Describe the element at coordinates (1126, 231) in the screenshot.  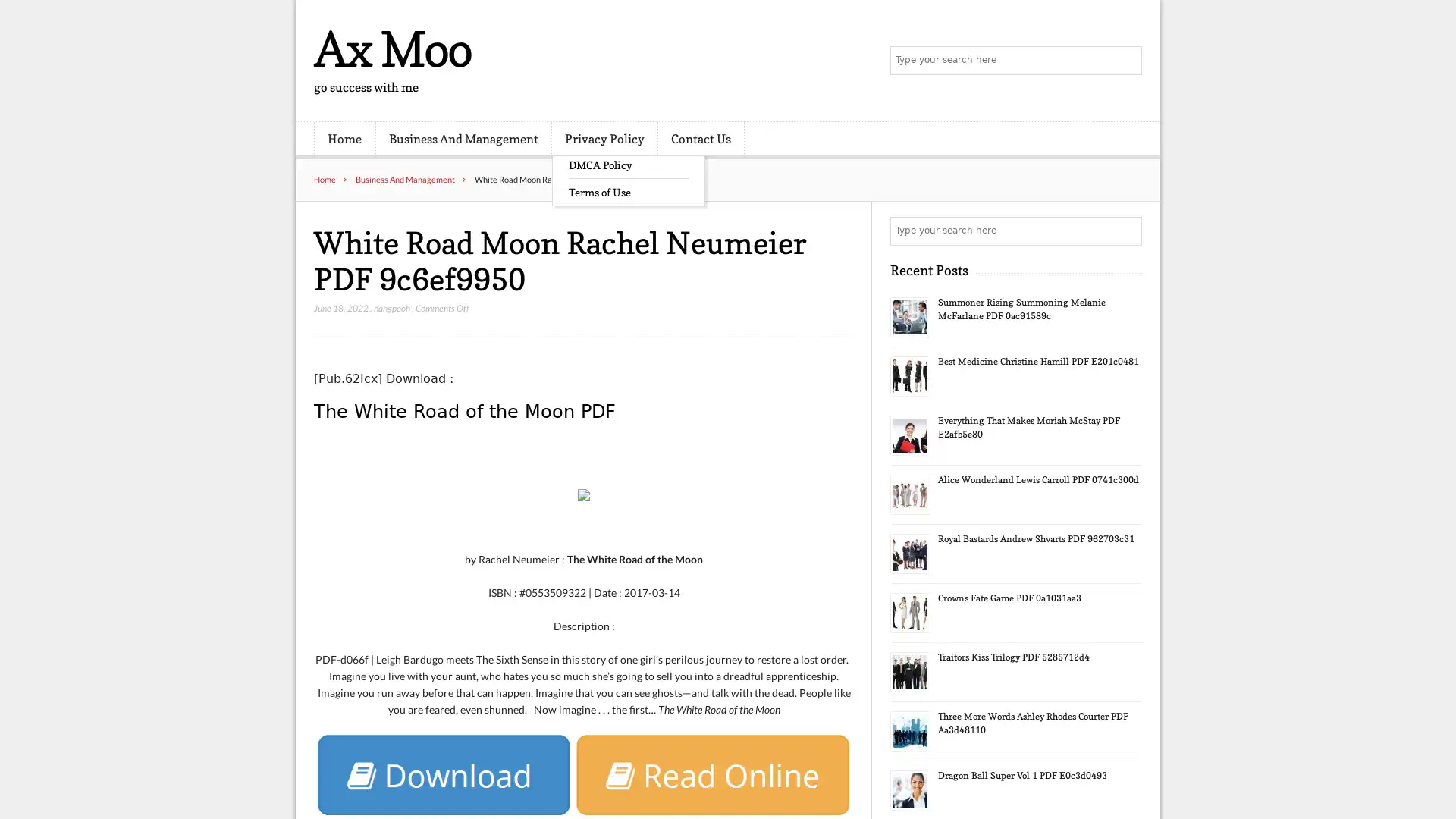
I see `Search` at that location.